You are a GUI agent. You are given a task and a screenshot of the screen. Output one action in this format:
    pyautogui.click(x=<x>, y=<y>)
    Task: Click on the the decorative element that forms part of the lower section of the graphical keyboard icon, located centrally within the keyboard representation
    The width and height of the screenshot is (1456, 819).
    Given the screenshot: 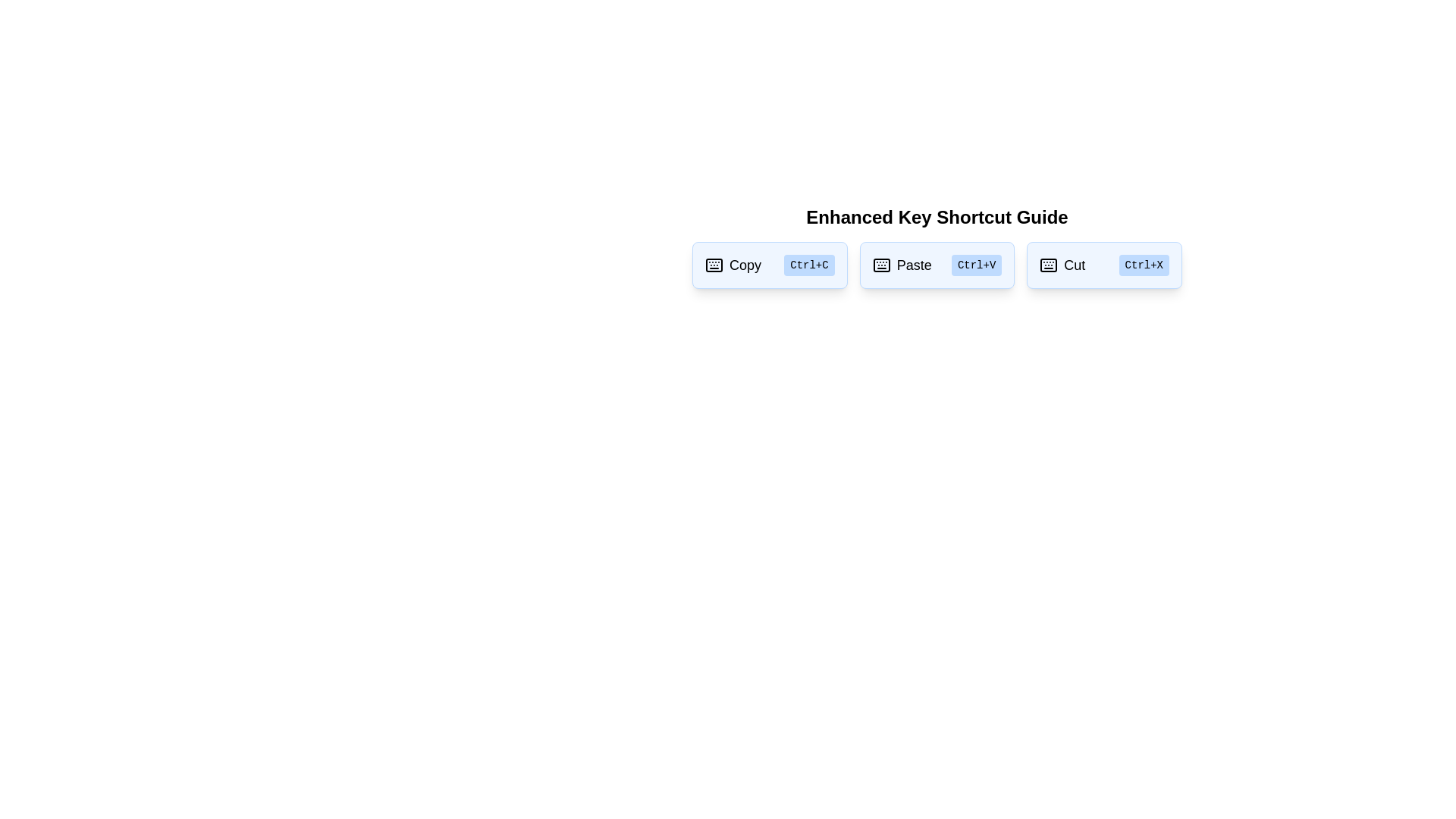 What is the action you would take?
    pyautogui.click(x=881, y=265)
    